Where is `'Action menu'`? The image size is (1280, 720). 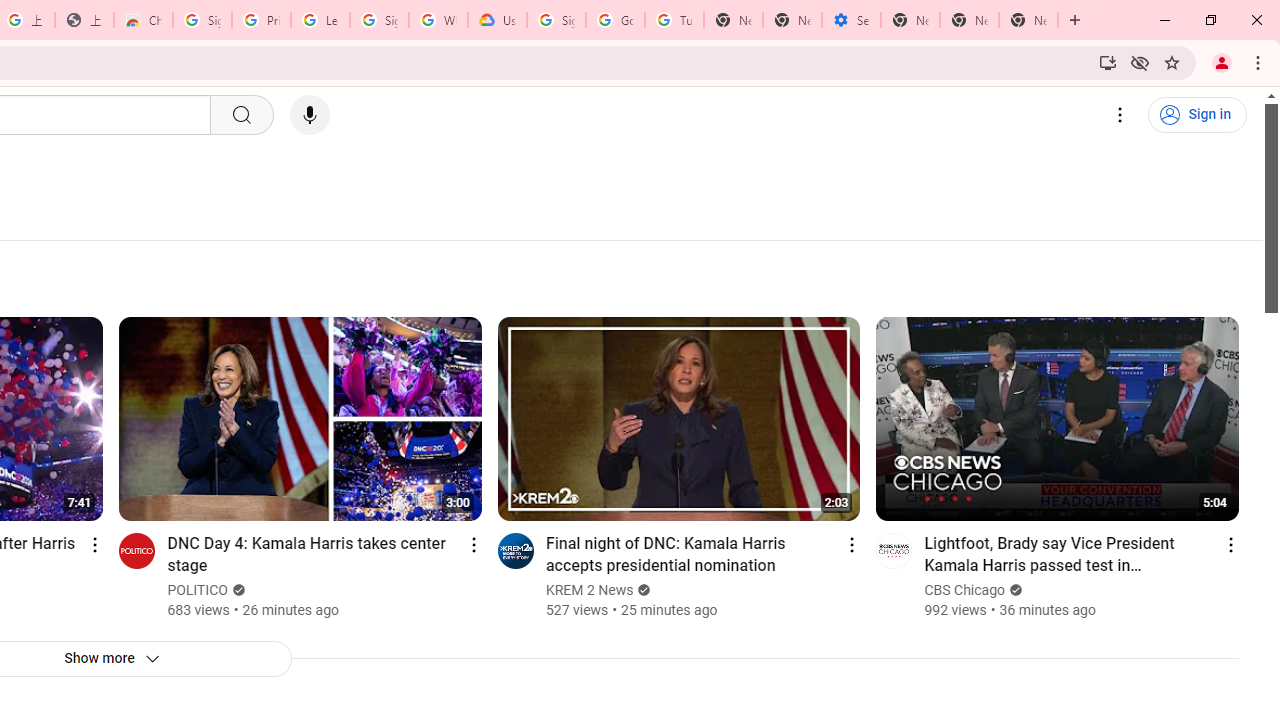 'Action menu' is located at coordinates (1229, 544).